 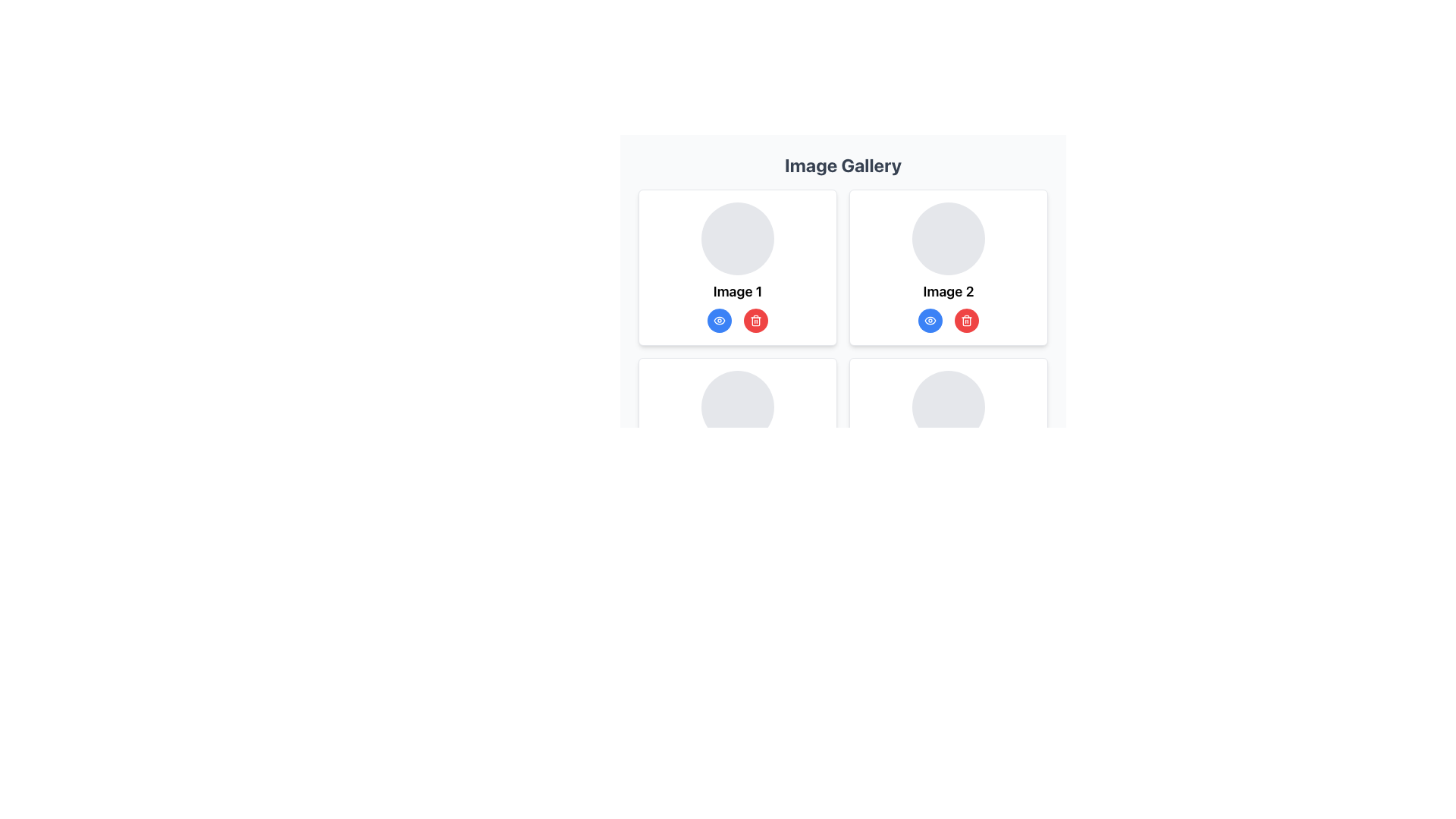 What do you see at coordinates (756, 320) in the screenshot?
I see `the circular red button with a white trash icon, which is located to the right of a blue circular button in the button group below 'Image 1'` at bounding box center [756, 320].